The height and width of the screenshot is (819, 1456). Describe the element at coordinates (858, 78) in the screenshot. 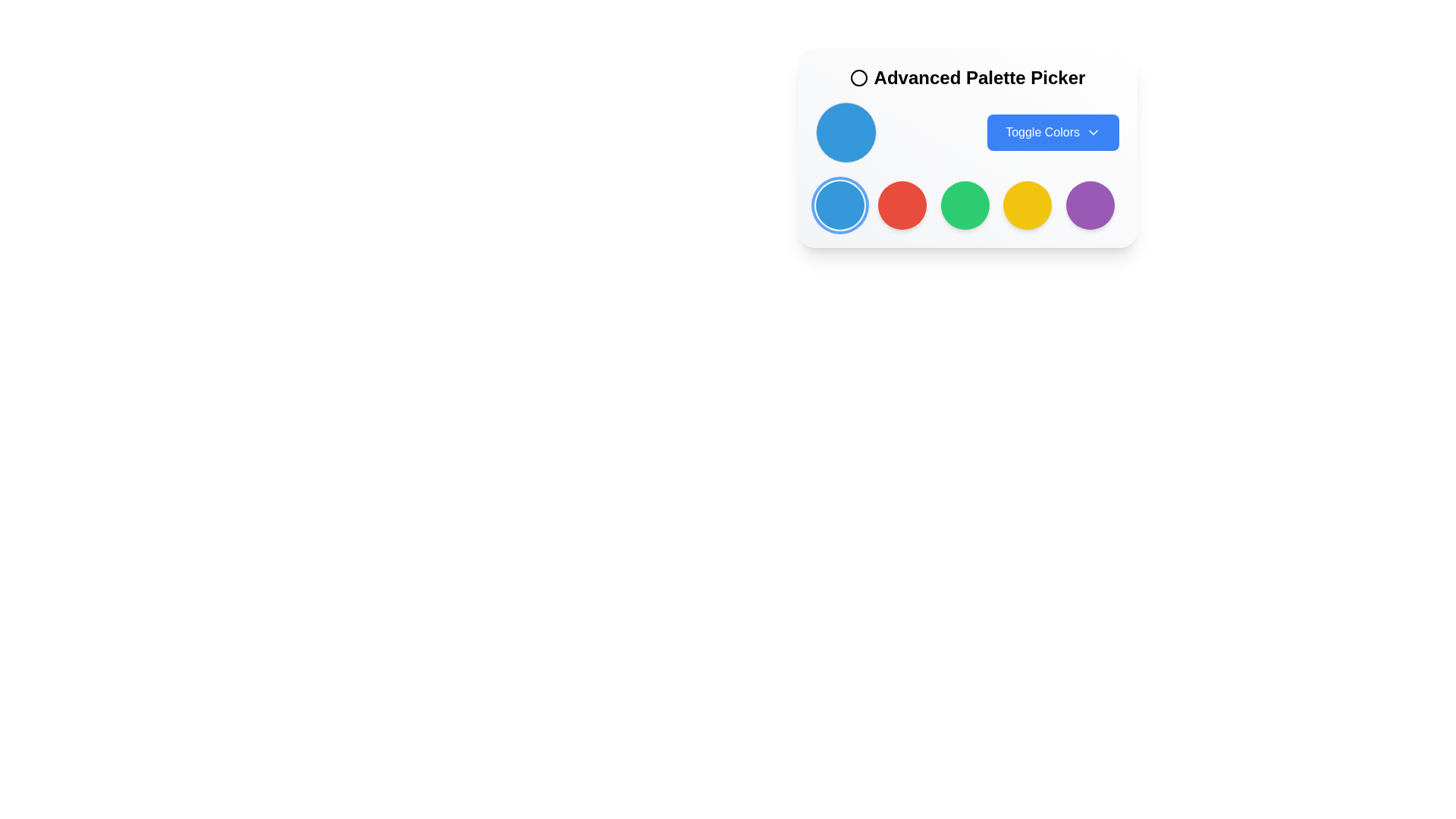

I see `the SVG circle graphic that is part of the icon located to the left of the 'Advanced Palette Picker' label at the top of the UI panel` at that location.